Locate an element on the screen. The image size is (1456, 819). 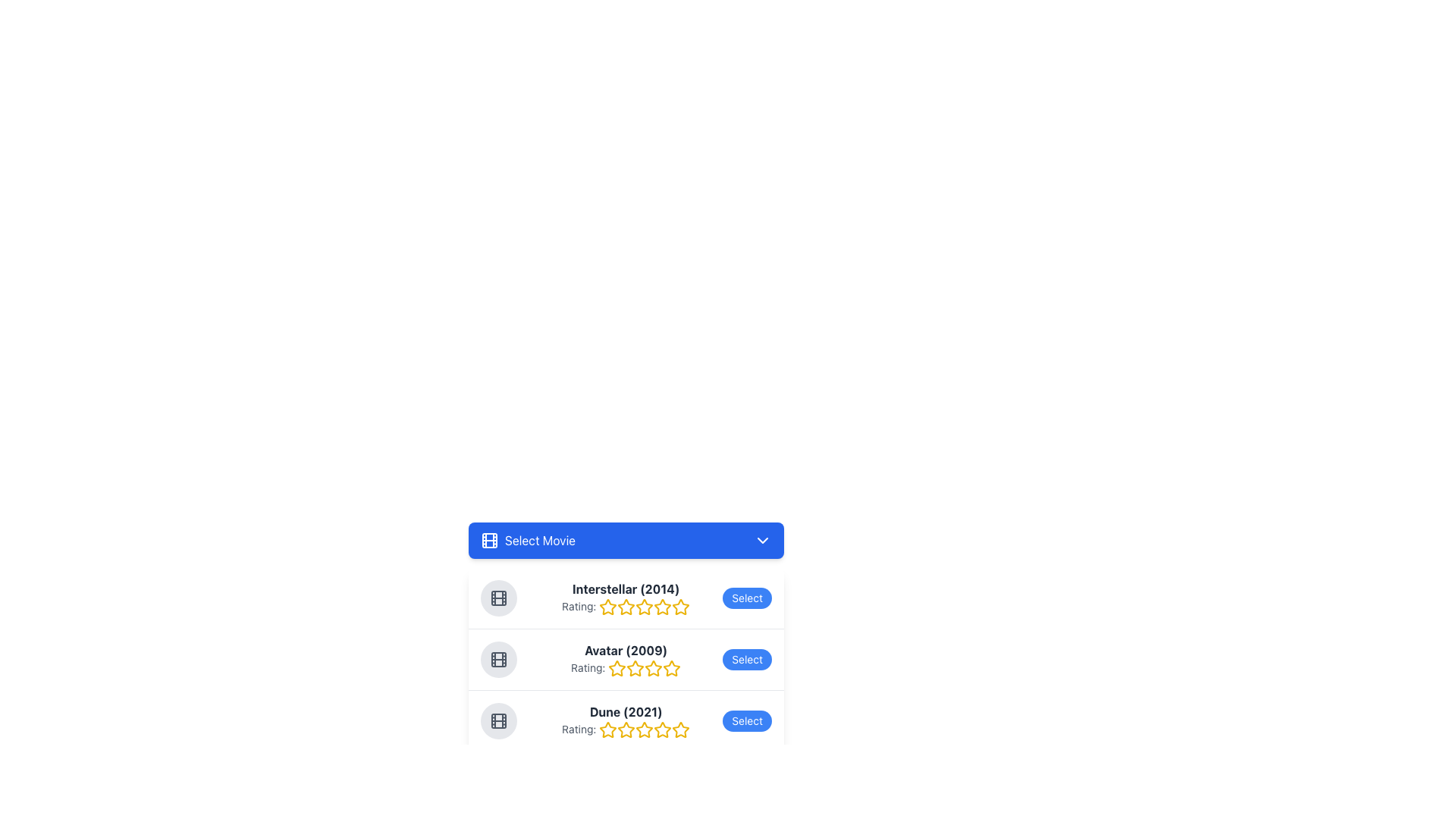
the fourth rating star for the movie 'Interstellar (2014)' is located at coordinates (663, 606).